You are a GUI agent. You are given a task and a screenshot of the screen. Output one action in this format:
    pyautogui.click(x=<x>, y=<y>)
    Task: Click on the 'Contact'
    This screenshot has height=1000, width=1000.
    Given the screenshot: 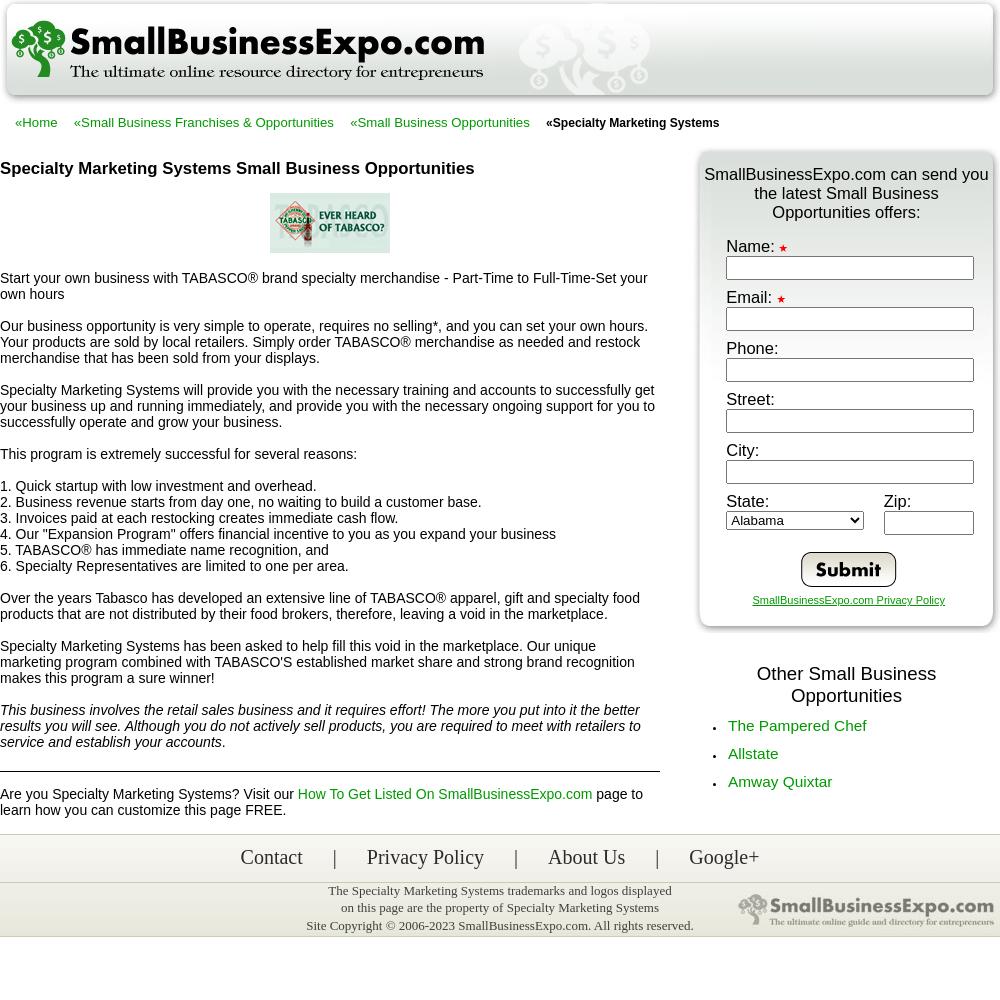 What is the action you would take?
    pyautogui.click(x=271, y=856)
    